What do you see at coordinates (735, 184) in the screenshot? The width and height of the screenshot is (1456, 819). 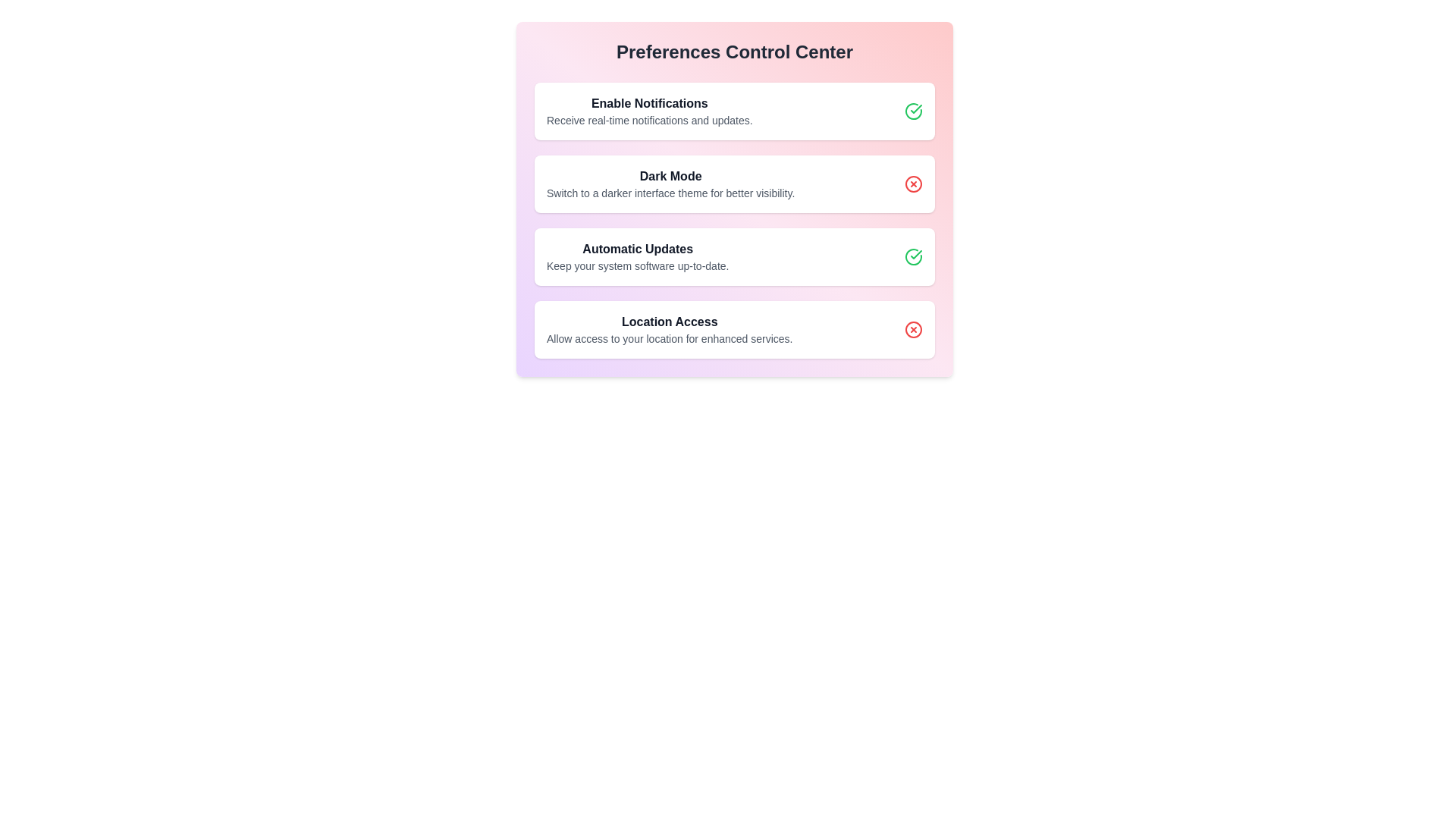 I see `the 'Dark Mode' option in the Preferences Control Center` at bounding box center [735, 184].